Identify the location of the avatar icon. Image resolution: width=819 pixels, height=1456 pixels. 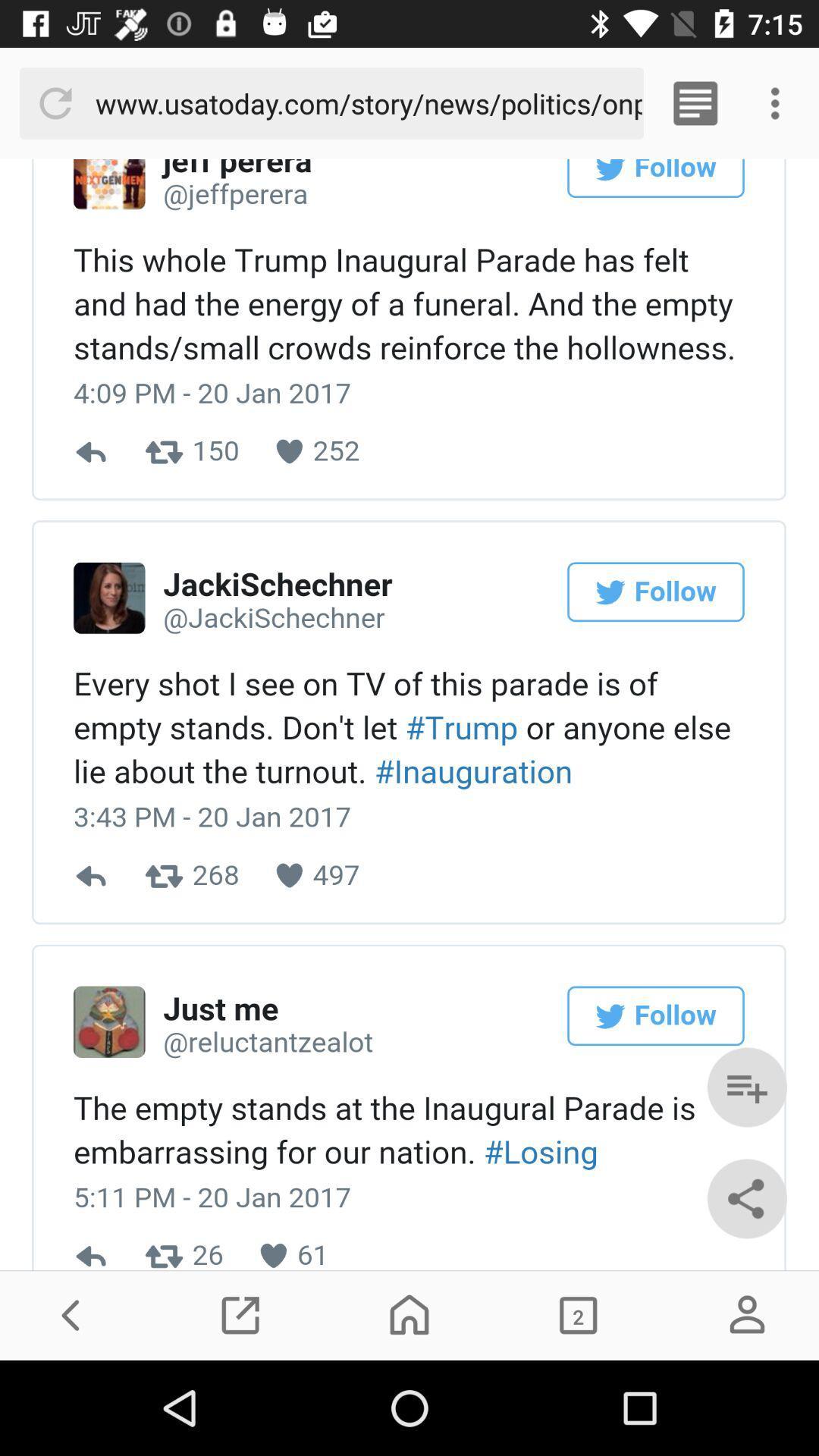
(746, 1314).